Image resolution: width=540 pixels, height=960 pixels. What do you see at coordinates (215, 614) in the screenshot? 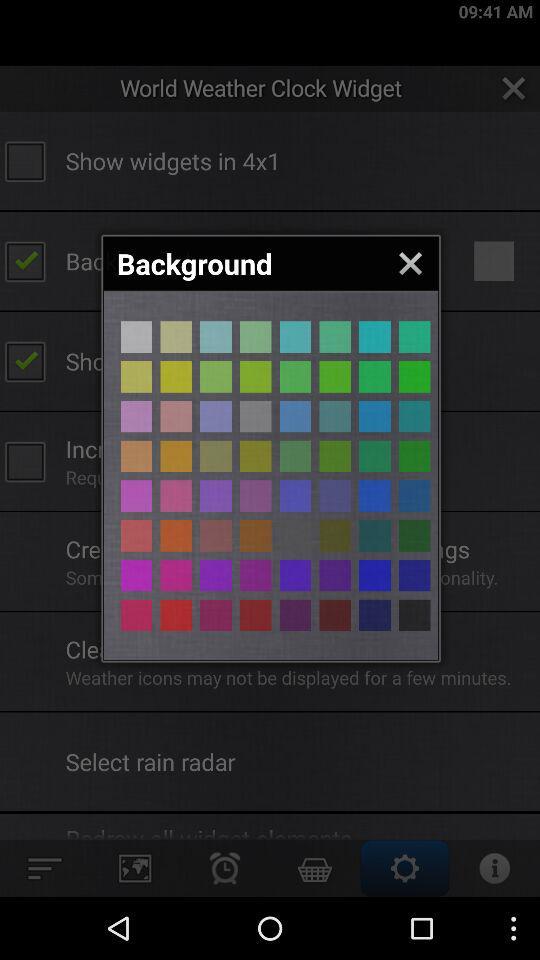
I see `colour page` at bounding box center [215, 614].